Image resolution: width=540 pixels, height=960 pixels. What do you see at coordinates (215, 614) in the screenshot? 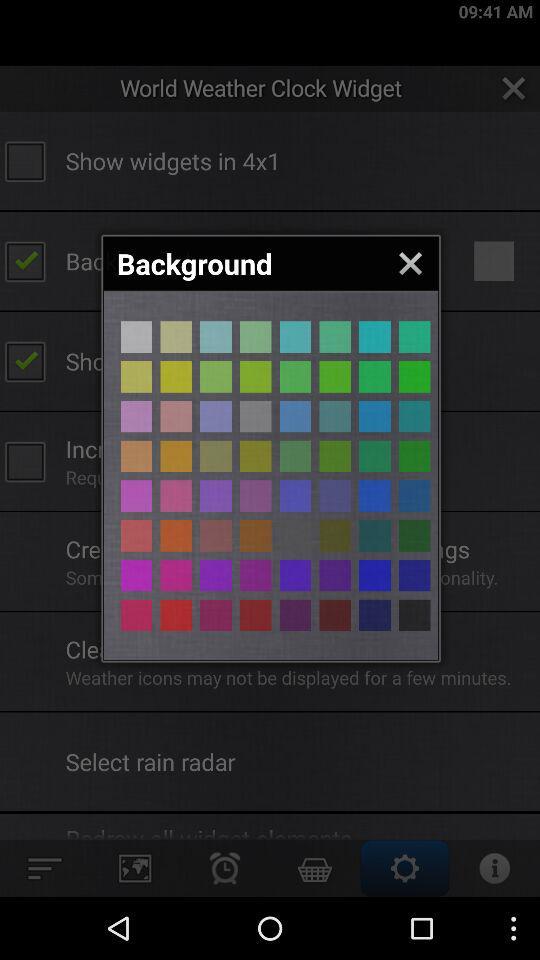
I see `colour page` at bounding box center [215, 614].